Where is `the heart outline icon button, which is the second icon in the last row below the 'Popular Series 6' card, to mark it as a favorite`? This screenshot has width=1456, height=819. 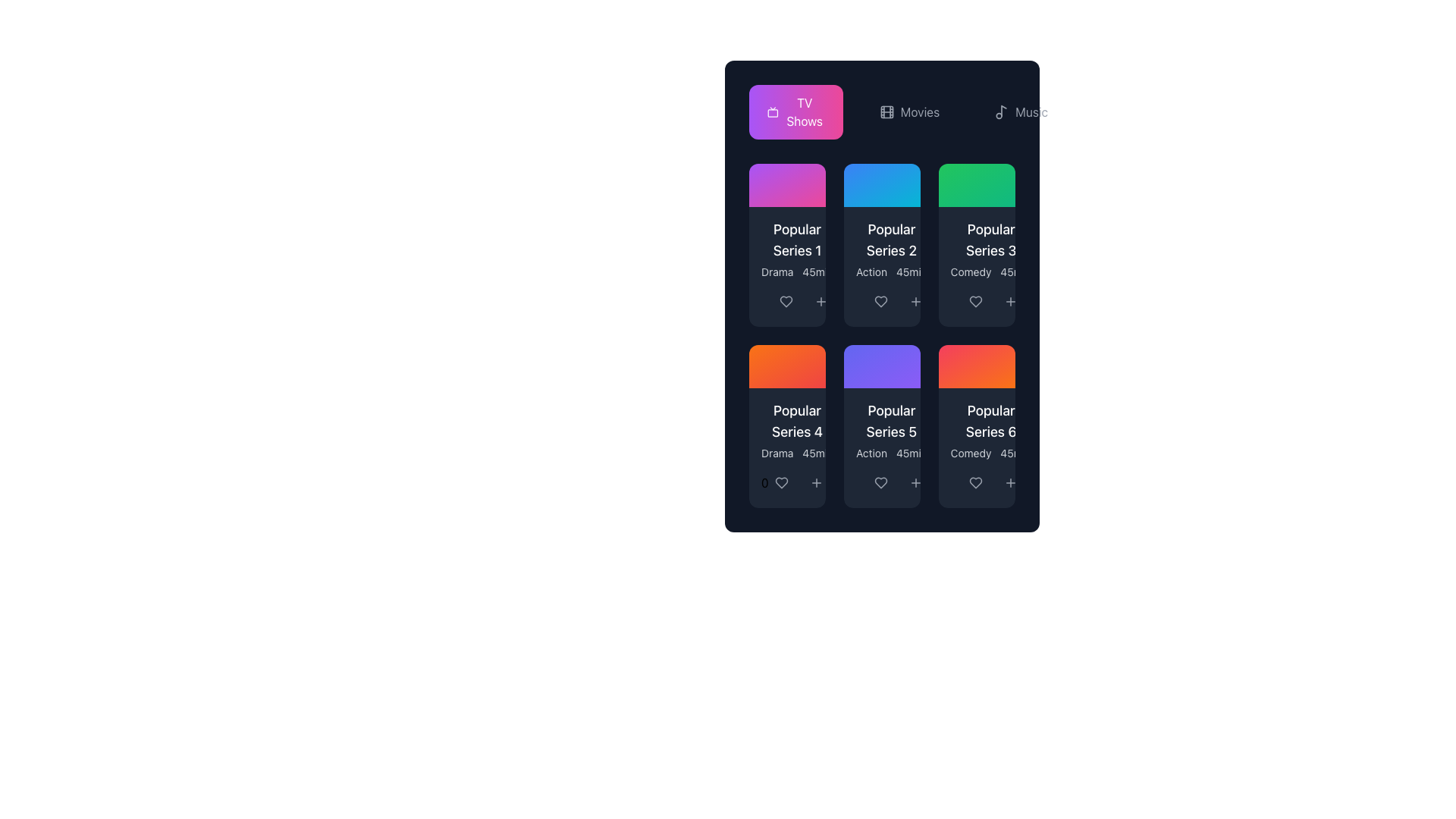
the heart outline icon button, which is the second icon in the last row below the 'Popular Series 6' card, to mark it as a favorite is located at coordinates (975, 482).